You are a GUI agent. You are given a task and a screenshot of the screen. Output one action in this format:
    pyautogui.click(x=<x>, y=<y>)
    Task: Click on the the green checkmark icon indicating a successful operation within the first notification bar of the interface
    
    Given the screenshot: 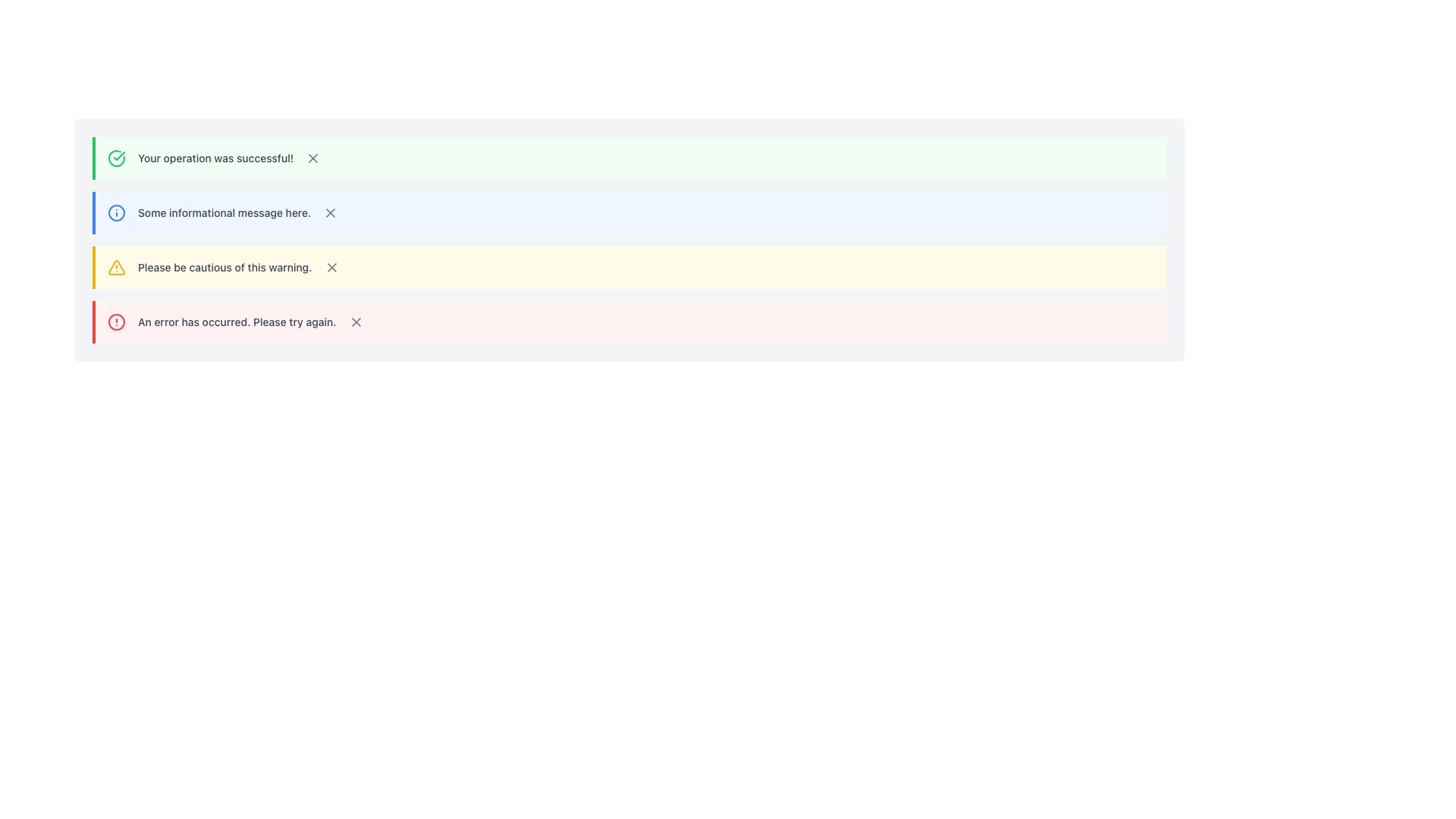 What is the action you would take?
    pyautogui.click(x=118, y=155)
    